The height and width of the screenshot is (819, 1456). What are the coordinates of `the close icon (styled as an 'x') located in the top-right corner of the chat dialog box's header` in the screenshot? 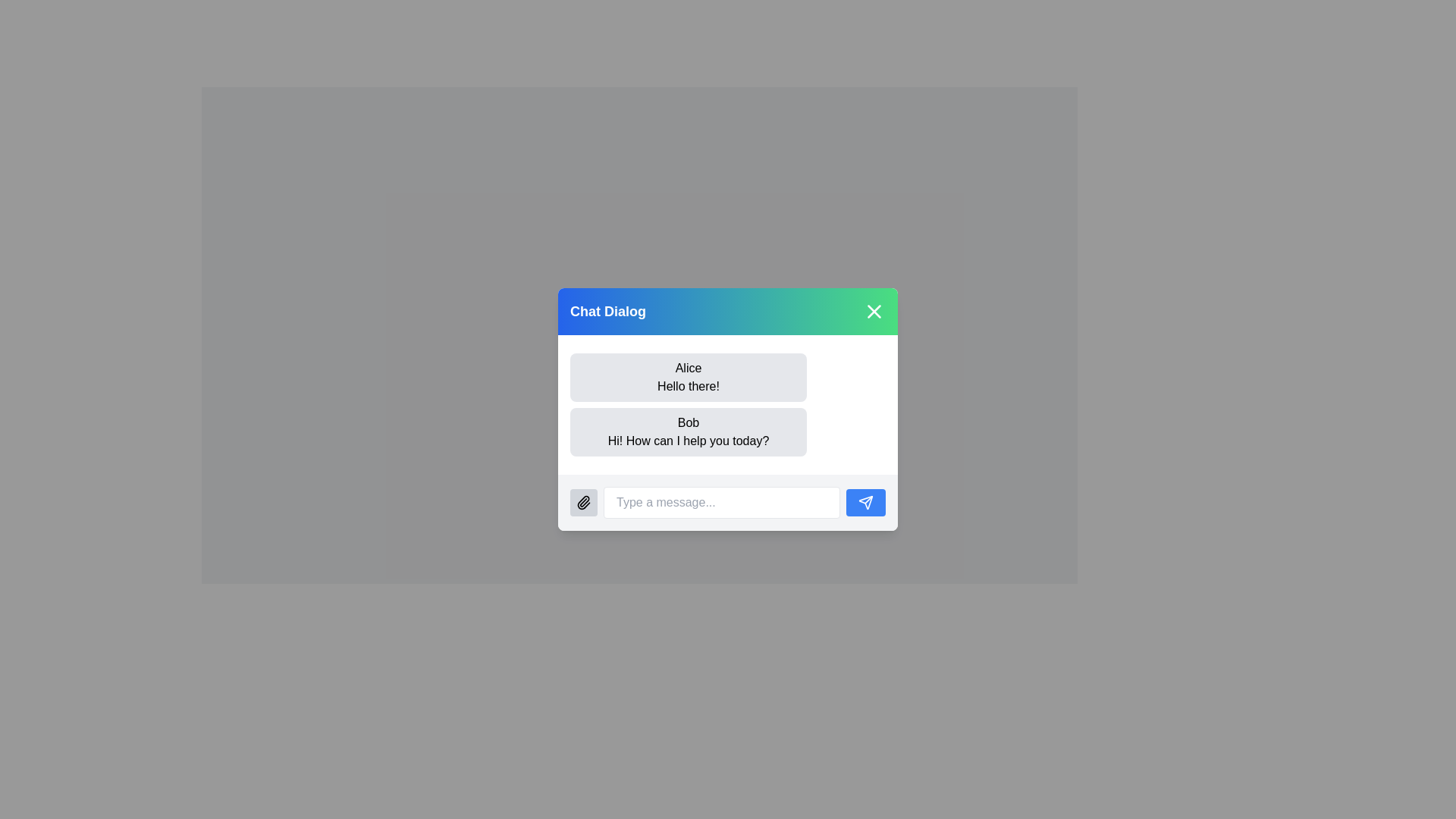 It's located at (874, 311).